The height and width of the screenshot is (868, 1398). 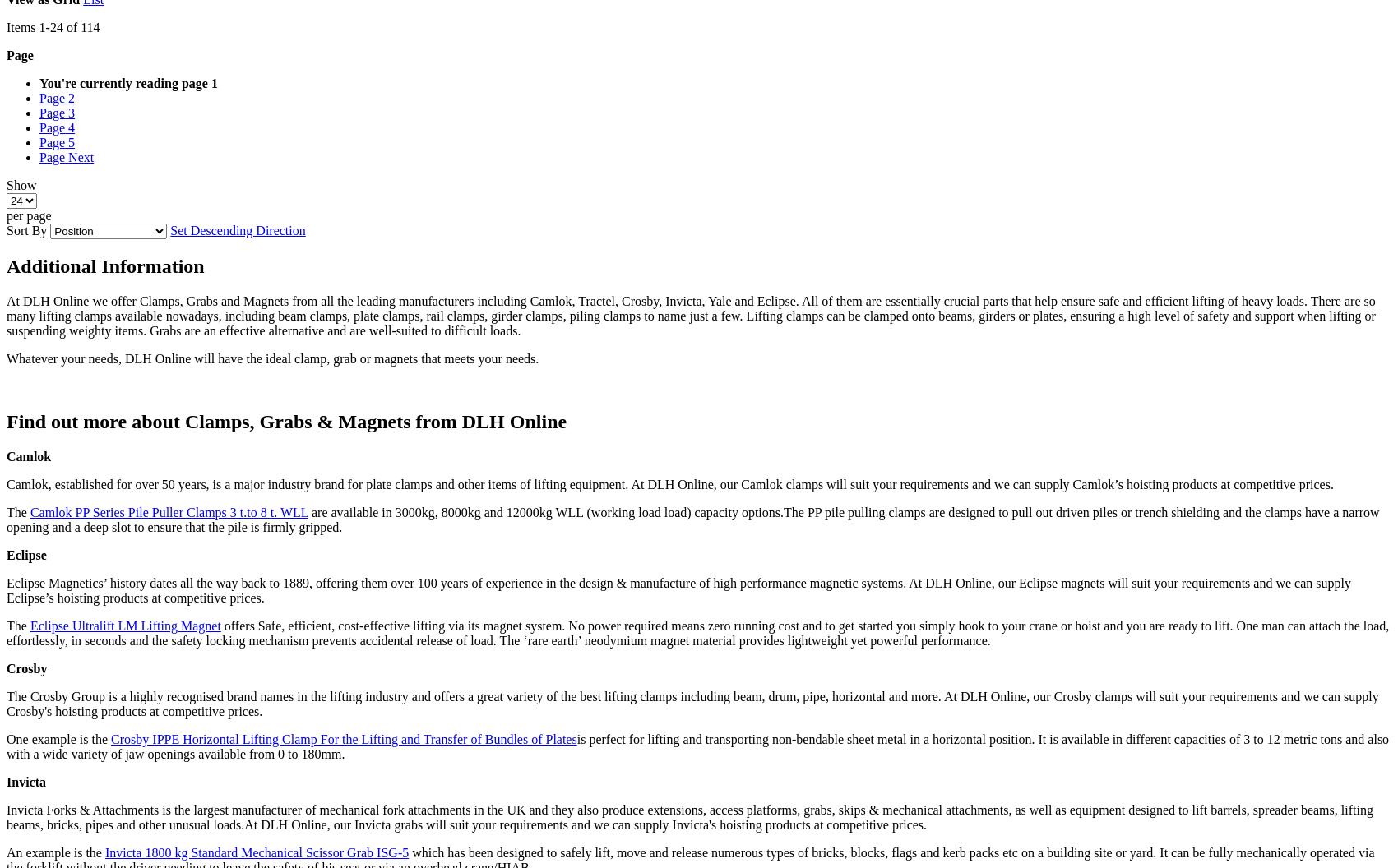 What do you see at coordinates (81, 157) in the screenshot?
I see `'Next'` at bounding box center [81, 157].